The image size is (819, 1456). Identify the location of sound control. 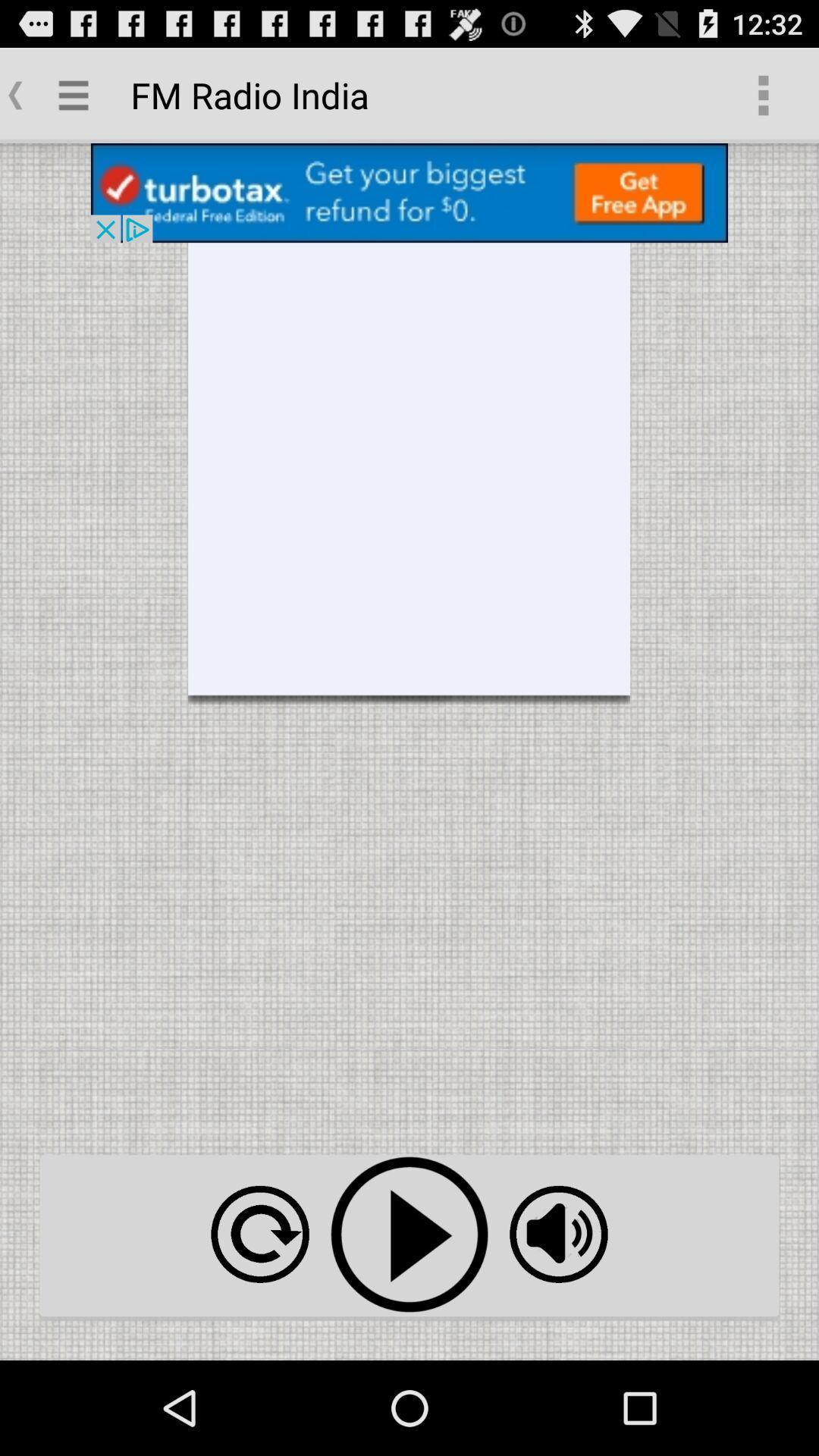
(558, 1234).